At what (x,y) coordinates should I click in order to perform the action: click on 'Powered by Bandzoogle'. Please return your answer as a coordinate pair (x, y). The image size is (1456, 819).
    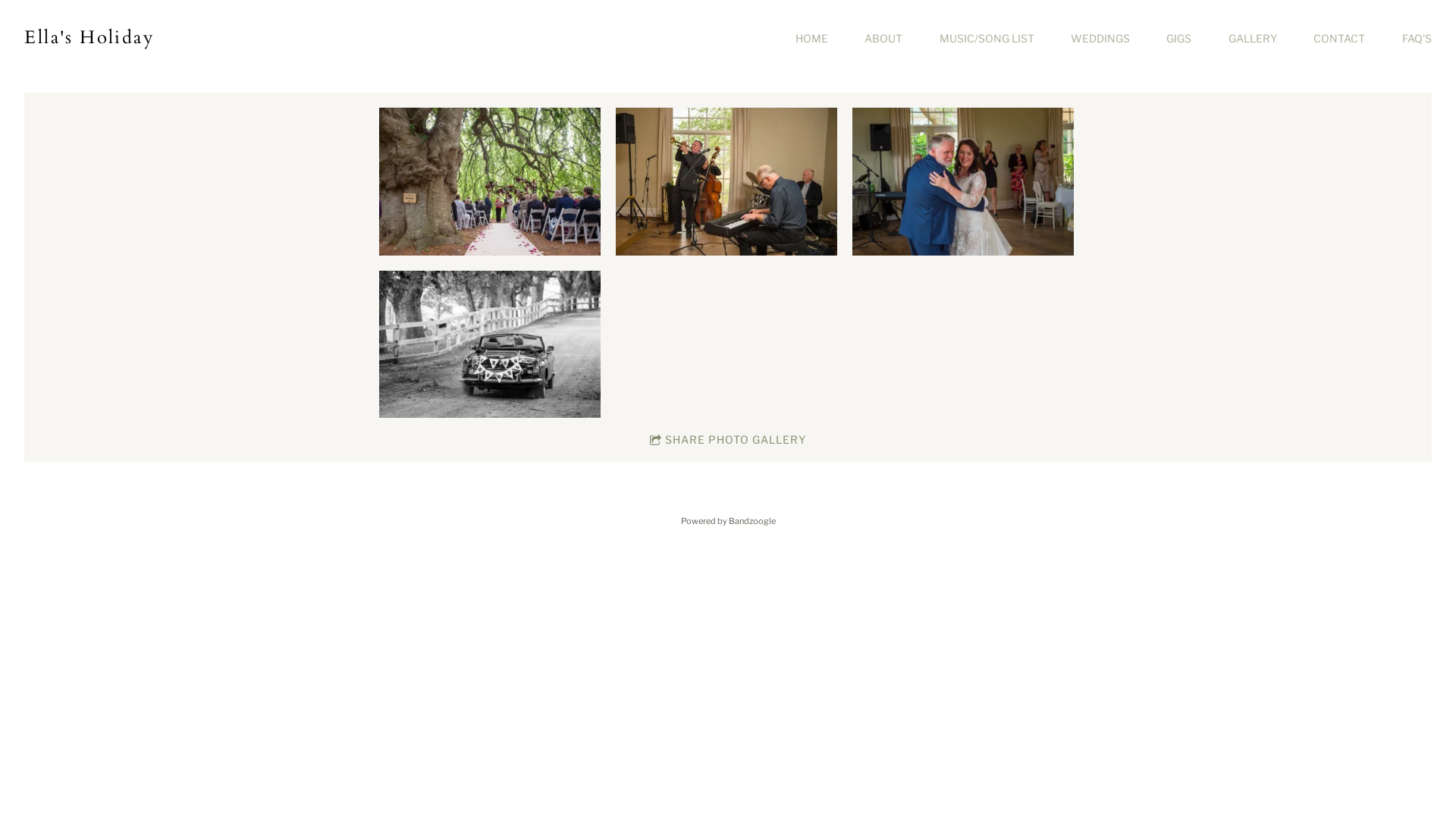
    Looking at the image, I should click on (728, 519).